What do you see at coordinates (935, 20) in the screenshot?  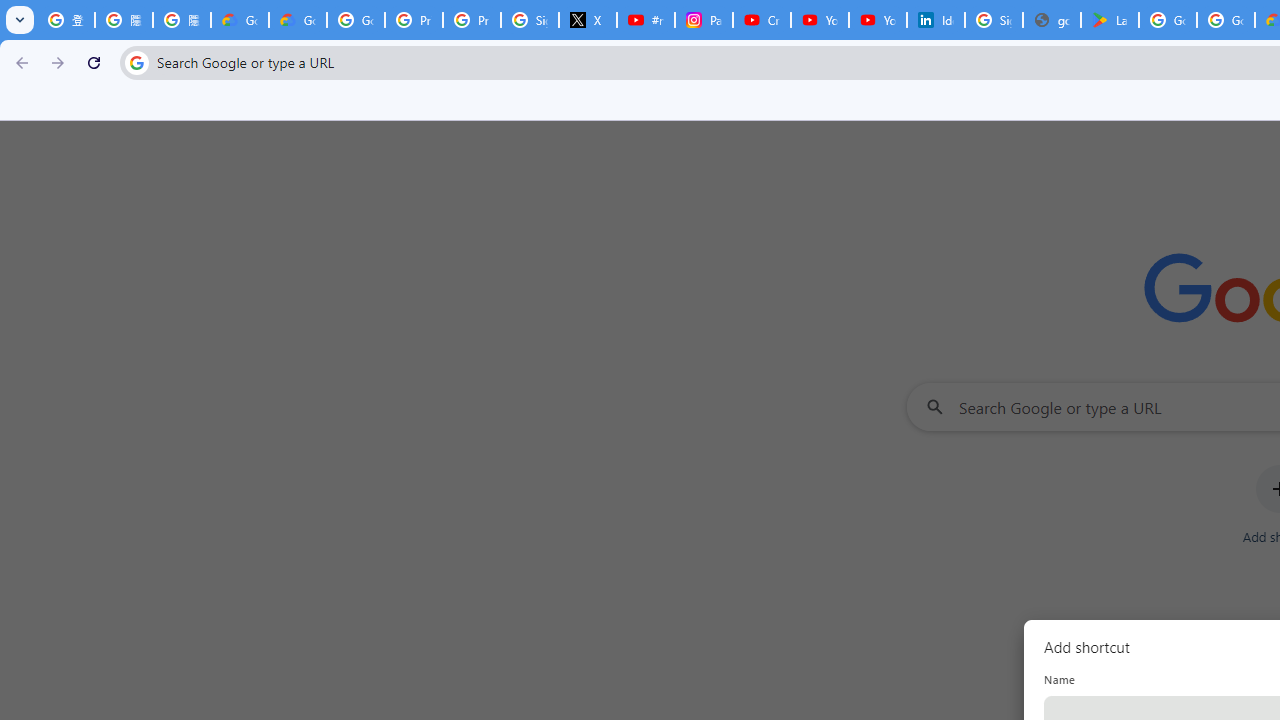 I see `'Identity verification via Persona | LinkedIn Help'` at bounding box center [935, 20].